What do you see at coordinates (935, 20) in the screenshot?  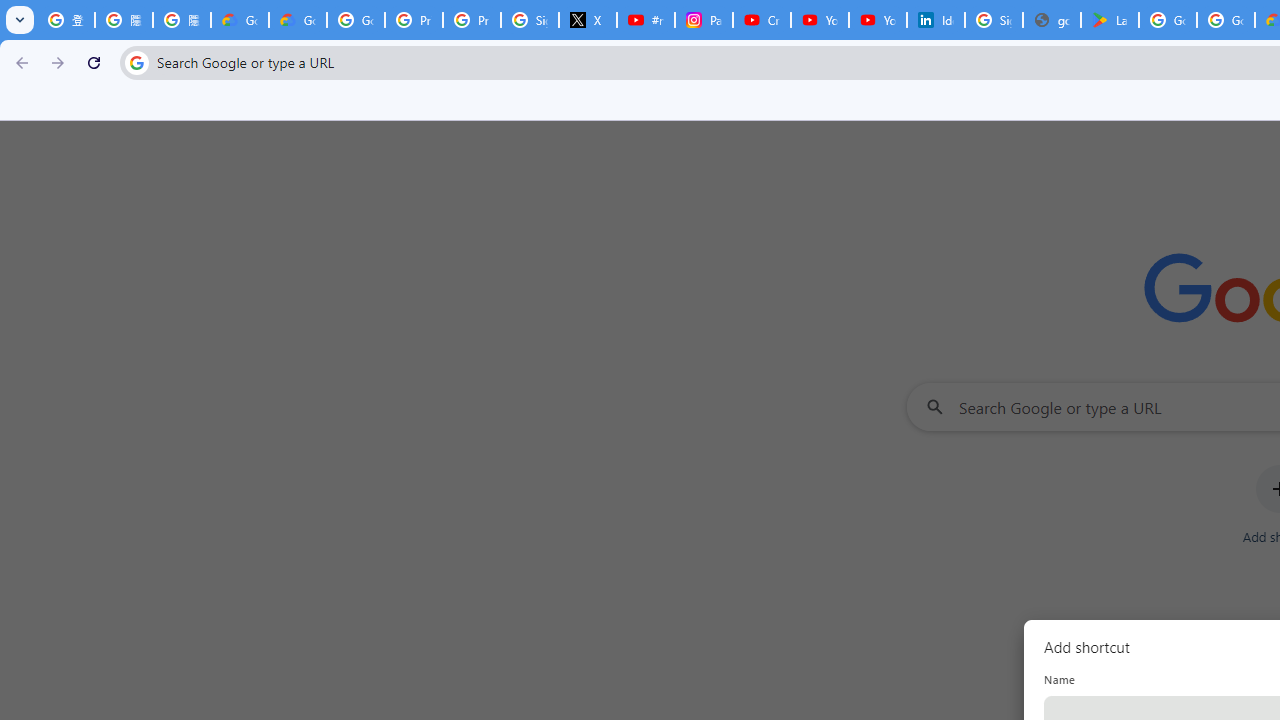 I see `'Identity verification via Persona | LinkedIn Help'` at bounding box center [935, 20].